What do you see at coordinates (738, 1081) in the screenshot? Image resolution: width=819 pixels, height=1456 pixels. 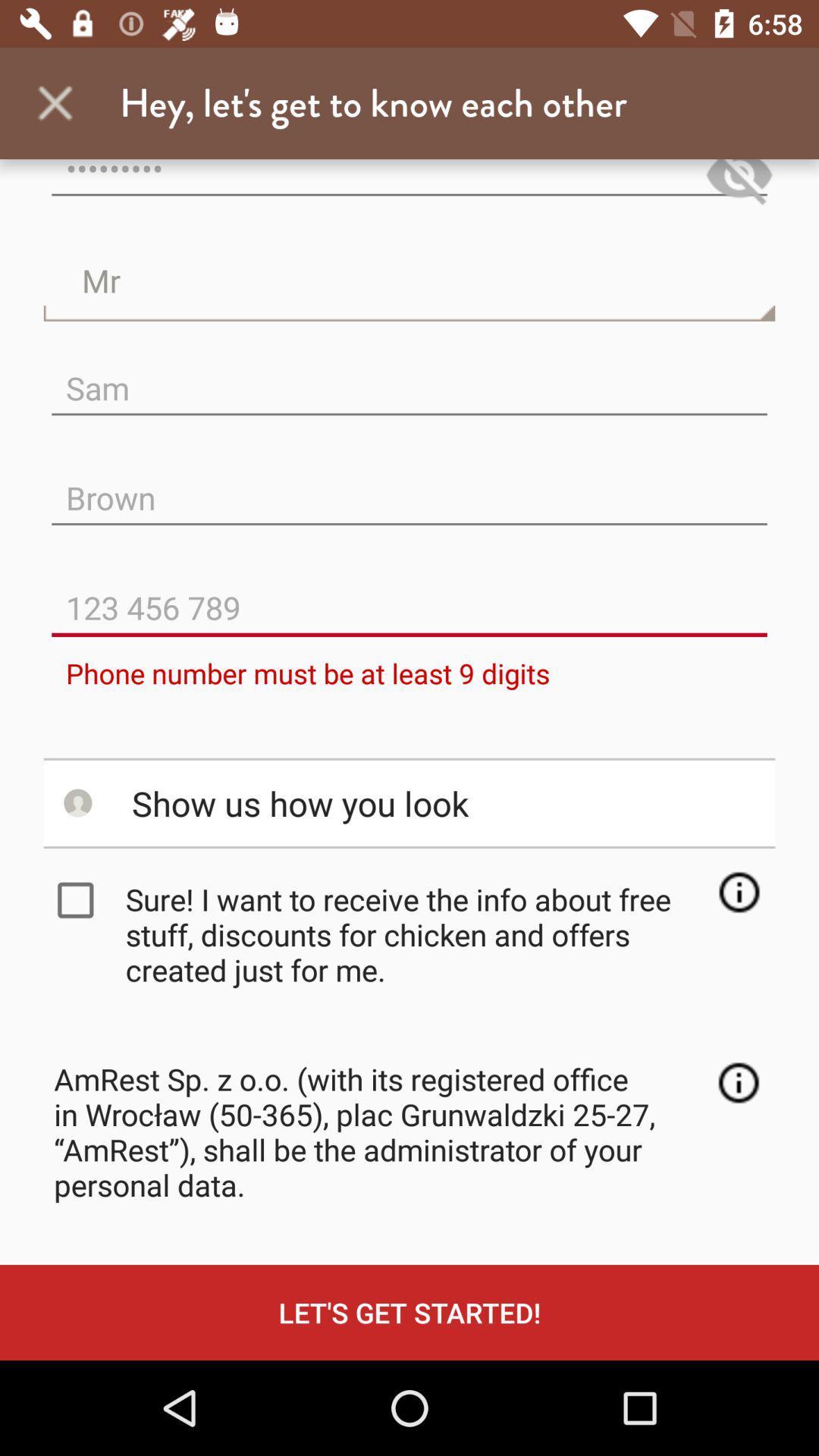 I see `information button` at bounding box center [738, 1081].